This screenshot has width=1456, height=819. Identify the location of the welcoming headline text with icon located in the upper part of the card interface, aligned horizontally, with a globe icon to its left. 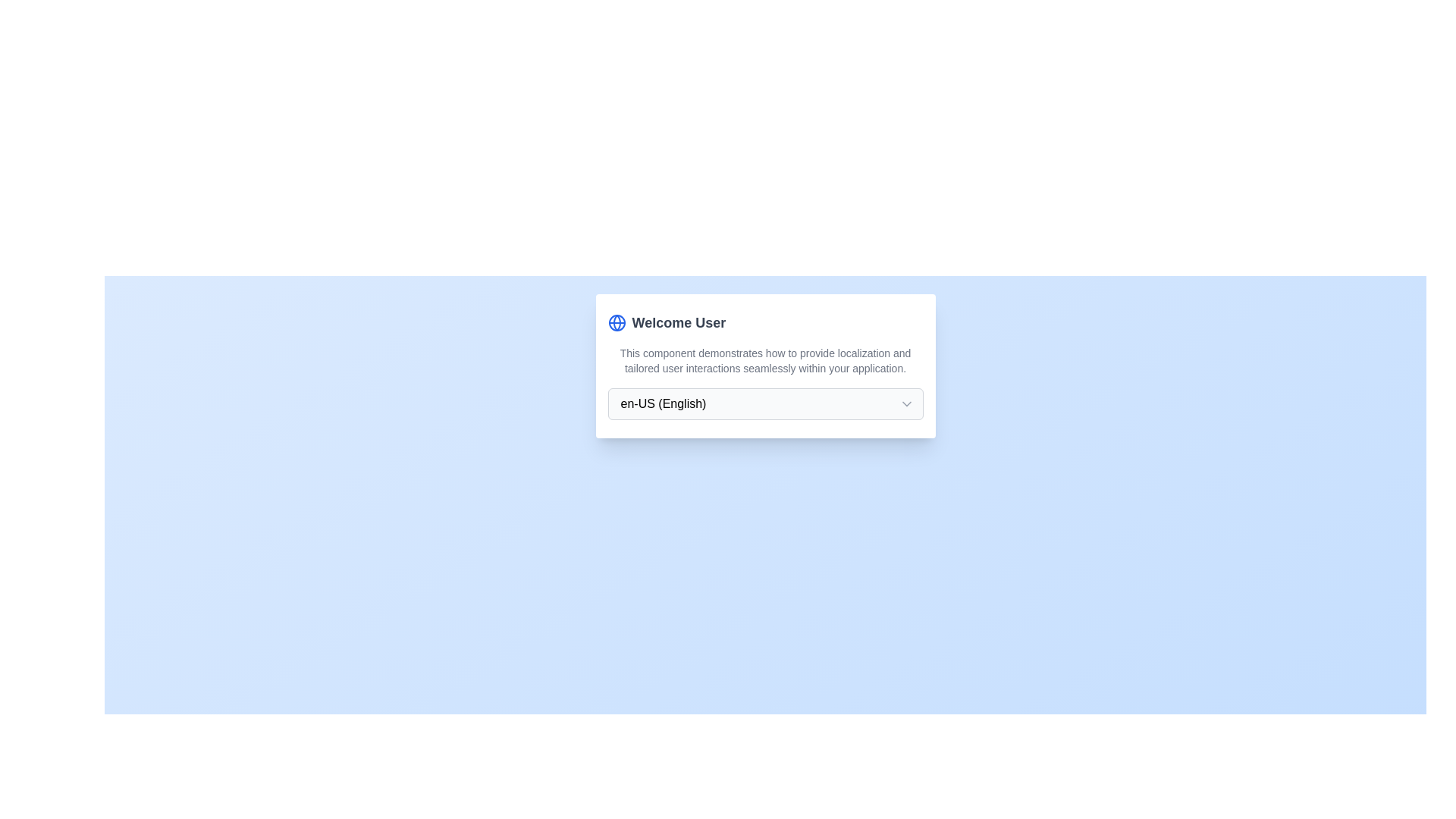
(667, 322).